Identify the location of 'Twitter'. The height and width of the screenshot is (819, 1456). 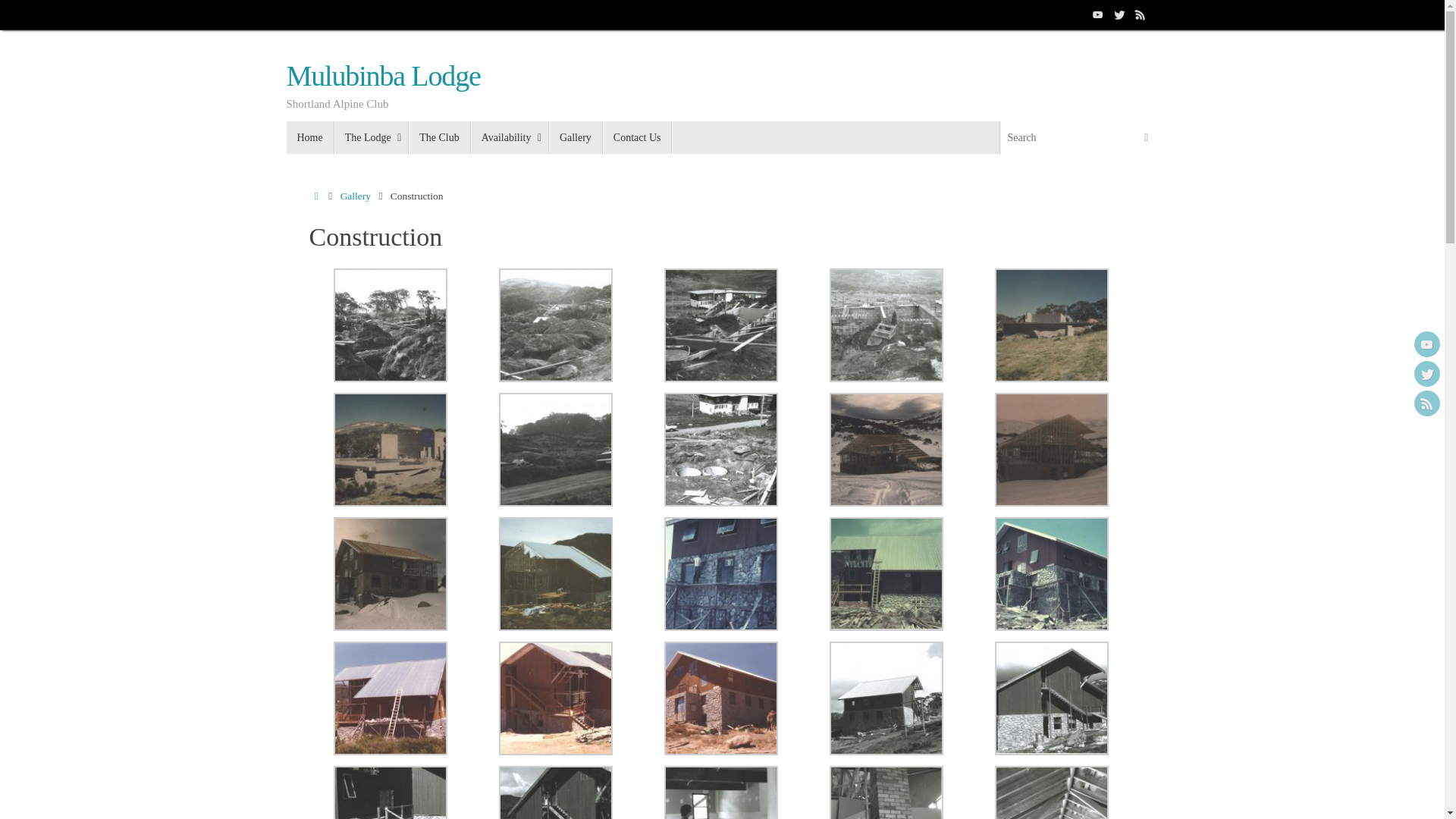
(1119, 14).